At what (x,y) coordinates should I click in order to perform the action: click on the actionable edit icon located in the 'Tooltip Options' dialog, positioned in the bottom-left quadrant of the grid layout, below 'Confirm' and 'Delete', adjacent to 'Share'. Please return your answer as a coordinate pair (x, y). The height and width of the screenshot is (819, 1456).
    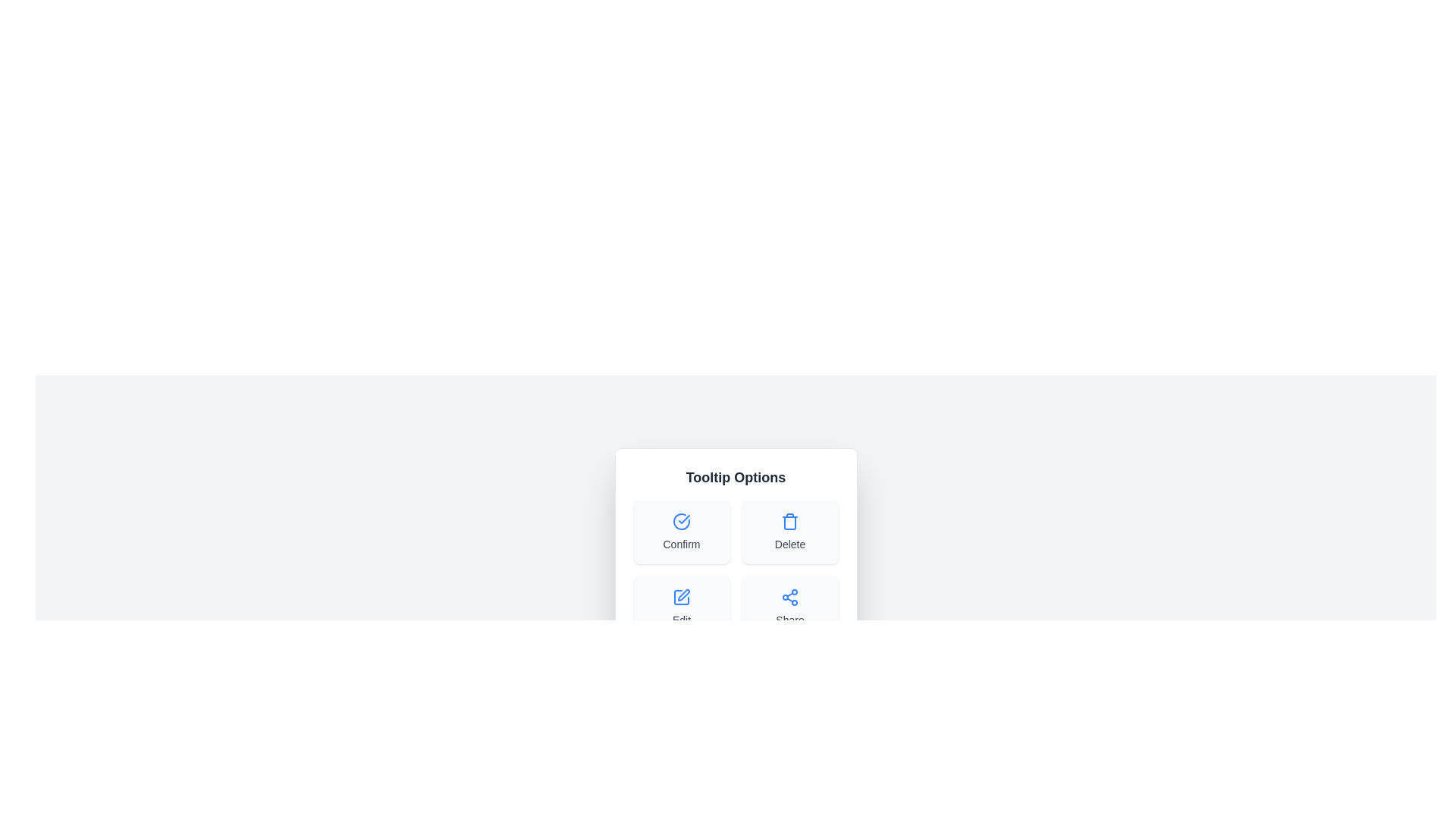
    Looking at the image, I should click on (683, 595).